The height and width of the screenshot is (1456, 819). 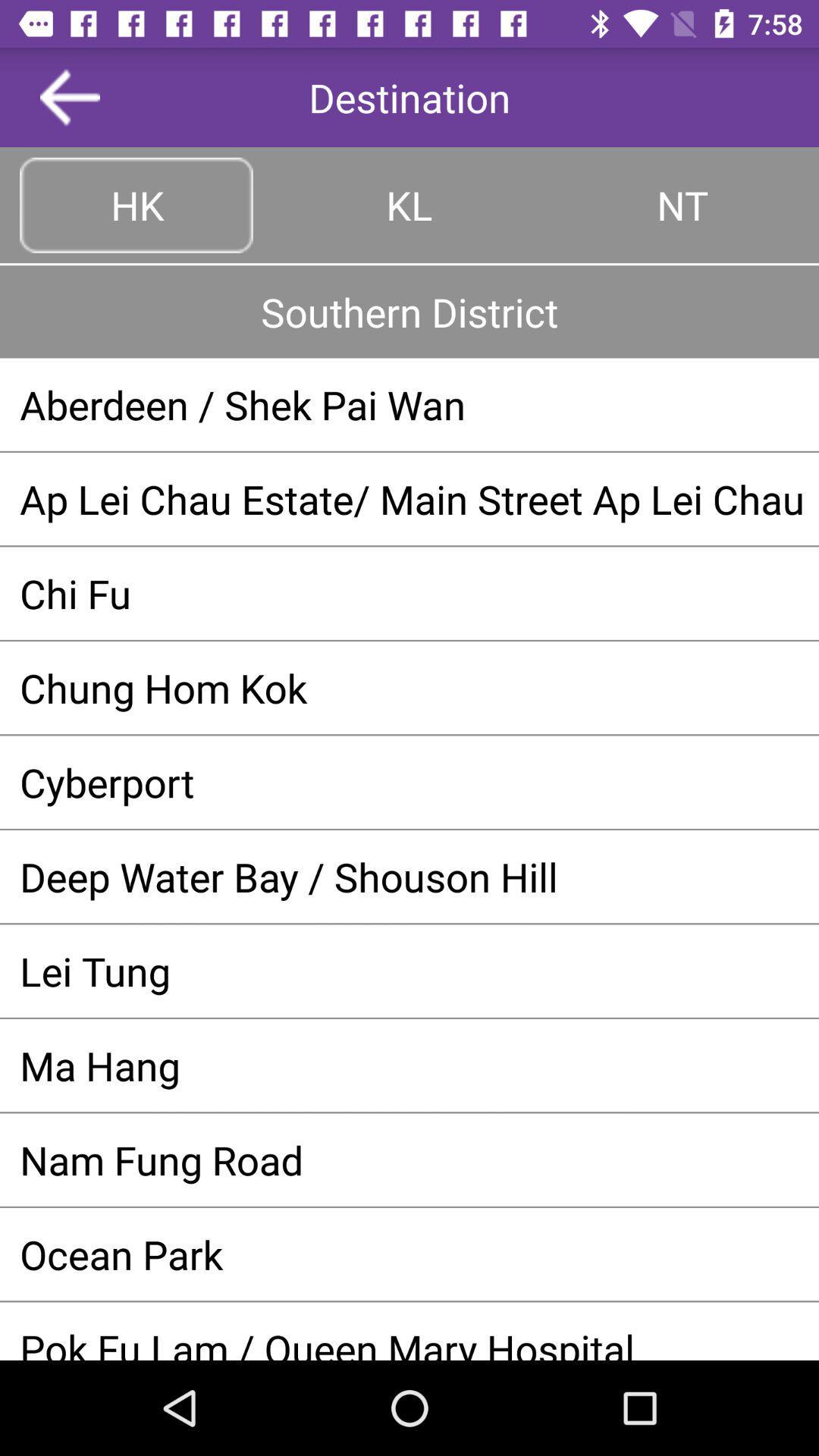 What do you see at coordinates (409, 1065) in the screenshot?
I see `the ma hang` at bounding box center [409, 1065].